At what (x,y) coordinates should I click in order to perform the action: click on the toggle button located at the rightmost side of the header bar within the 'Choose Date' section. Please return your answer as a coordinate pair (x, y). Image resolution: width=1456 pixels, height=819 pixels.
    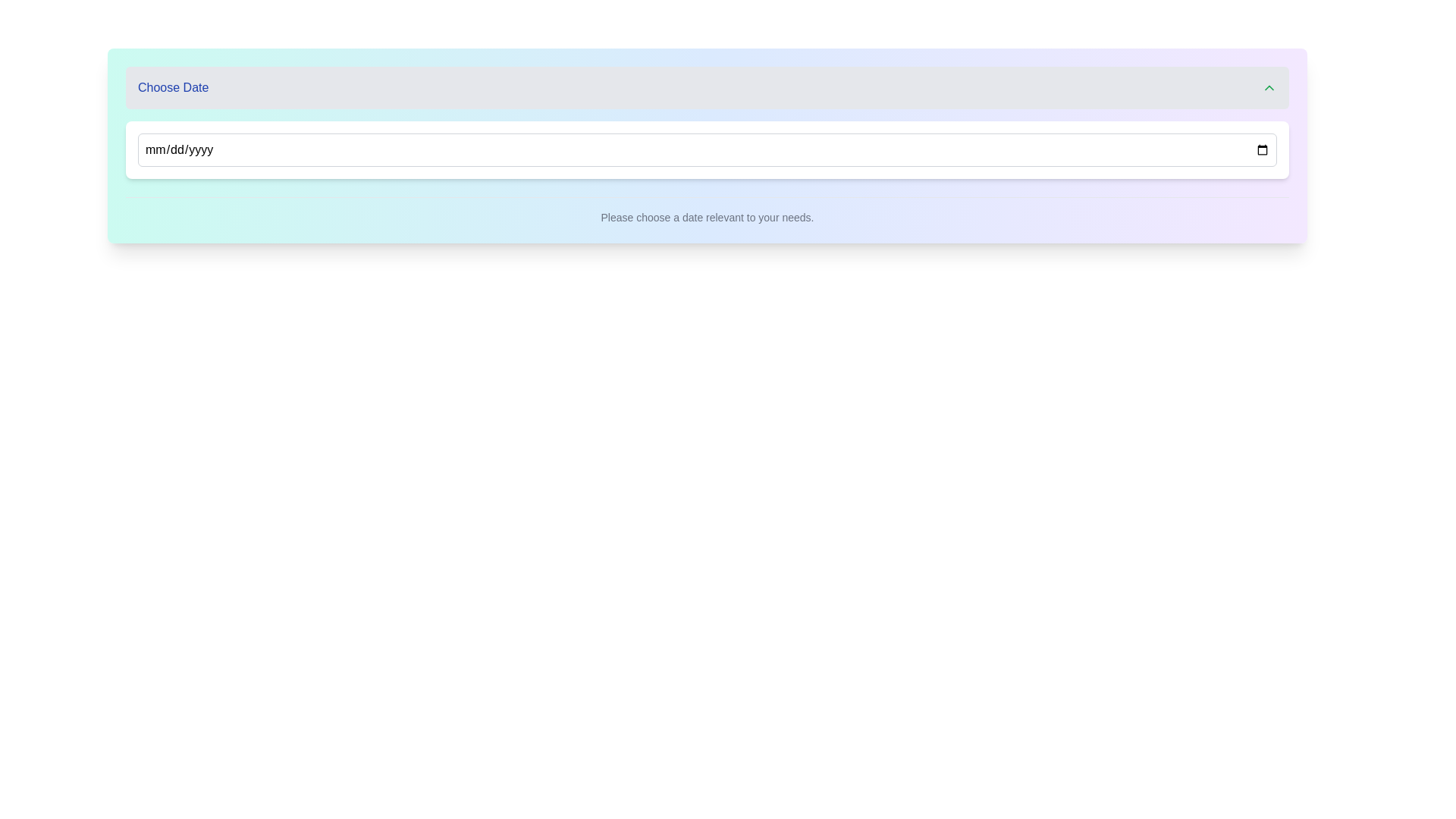
    Looking at the image, I should click on (1269, 87).